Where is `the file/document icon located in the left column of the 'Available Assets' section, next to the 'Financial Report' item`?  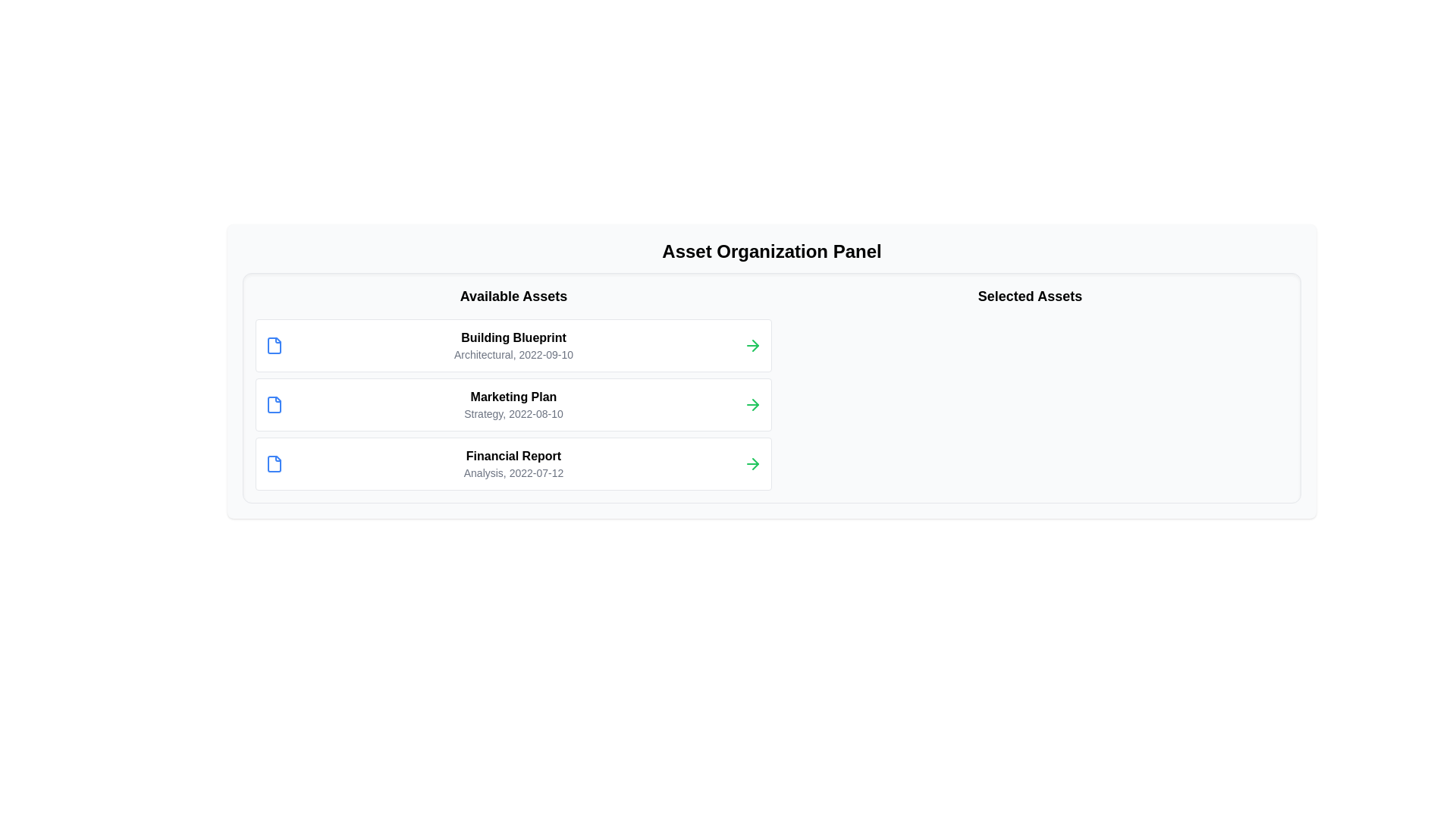
the file/document icon located in the left column of the 'Available Assets' section, next to the 'Financial Report' item is located at coordinates (274, 463).